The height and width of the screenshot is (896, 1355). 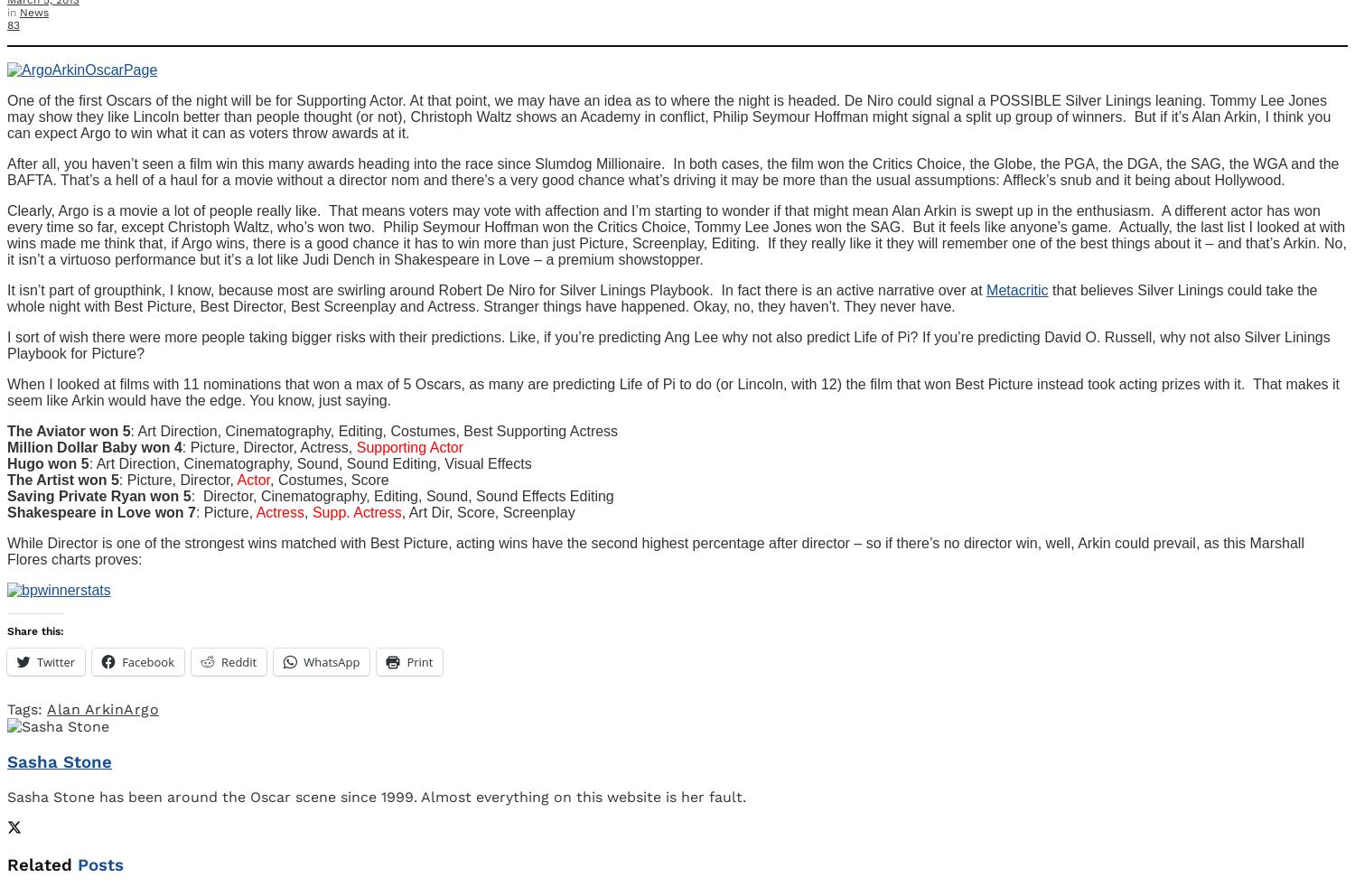 I want to click on 'Twitter', so click(x=55, y=661).